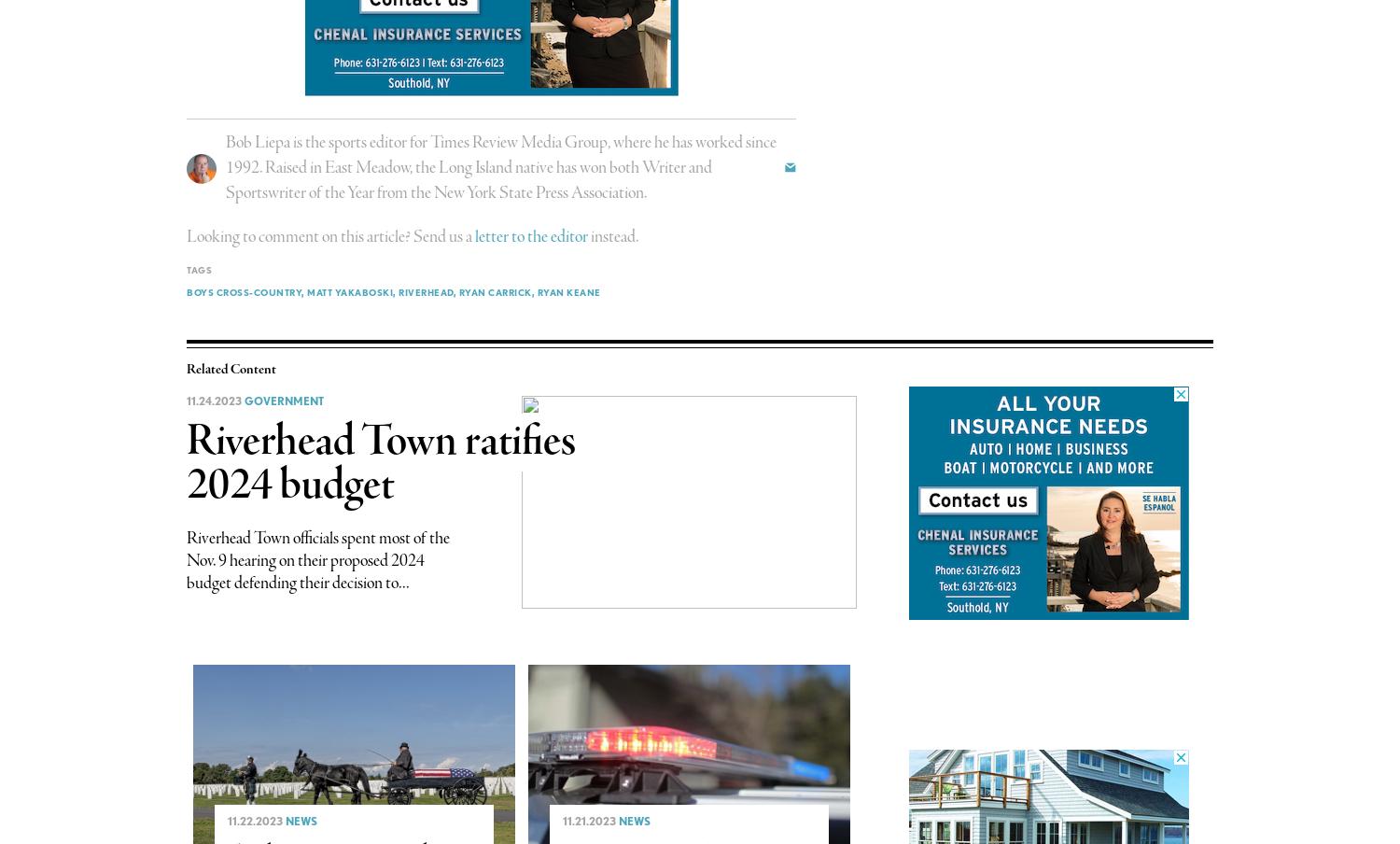  I want to click on '11.22.2023', so click(226, 821).